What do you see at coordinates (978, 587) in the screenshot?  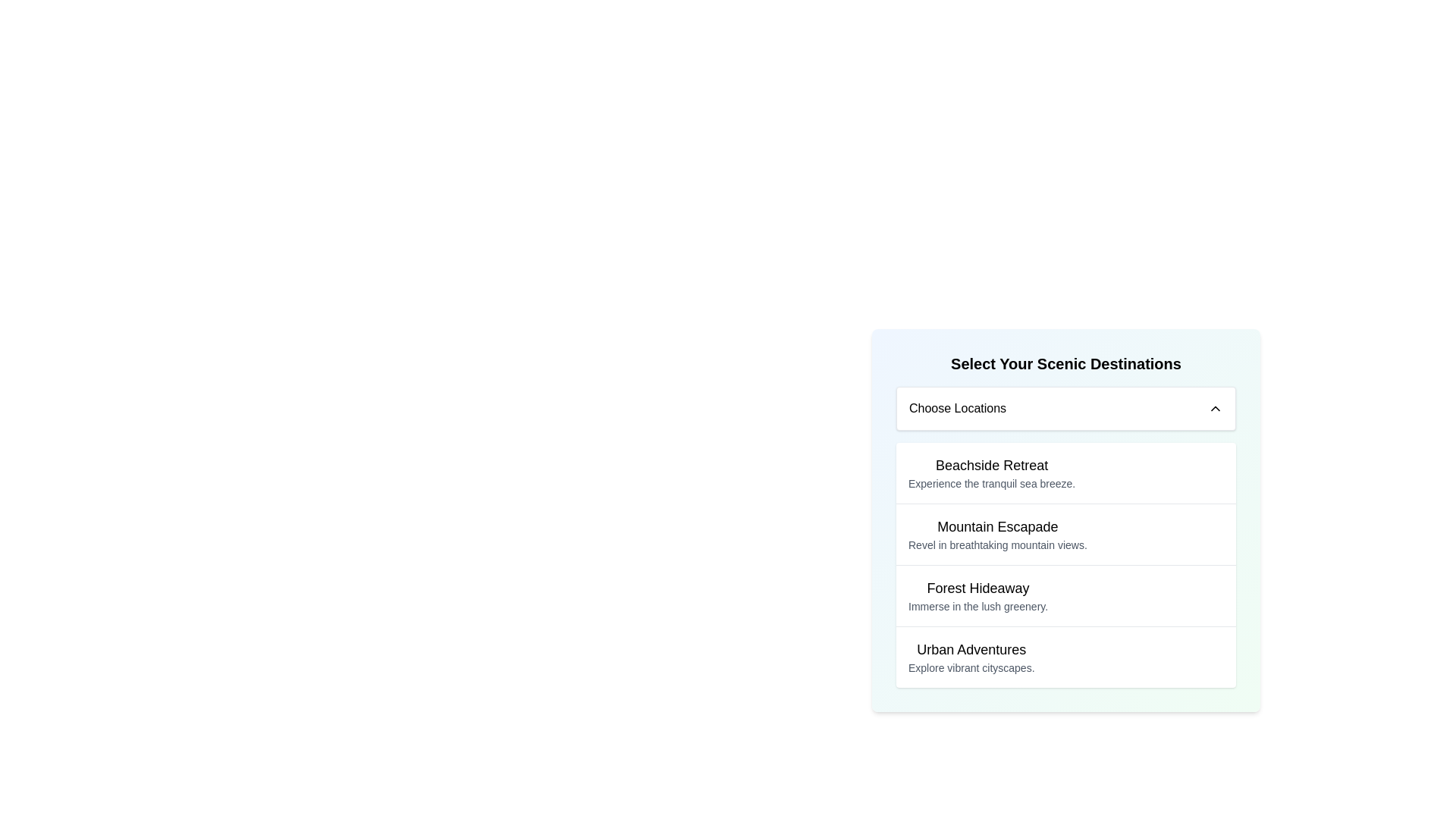 I see `text of the label located above 'Immerse in the lush greenery' within the 'Select Your Scenic Destinations' section` at bounding box center [978, 587].